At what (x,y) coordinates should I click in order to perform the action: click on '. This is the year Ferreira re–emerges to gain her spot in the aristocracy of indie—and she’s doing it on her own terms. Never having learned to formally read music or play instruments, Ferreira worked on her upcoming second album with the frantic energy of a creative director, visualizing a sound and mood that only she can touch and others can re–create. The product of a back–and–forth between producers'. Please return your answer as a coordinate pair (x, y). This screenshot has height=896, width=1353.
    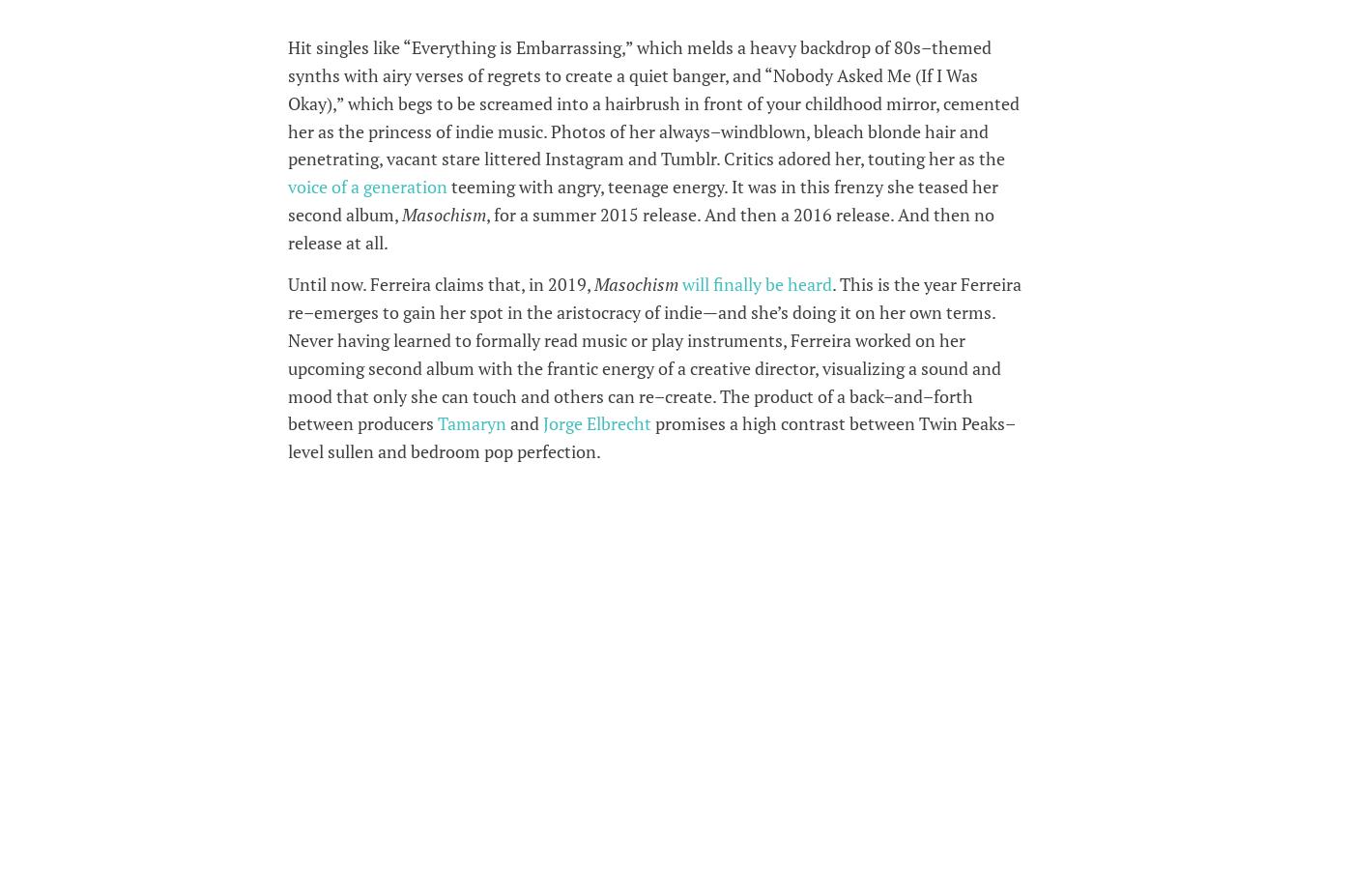
    Looking at the image, I should click on (653, 352).